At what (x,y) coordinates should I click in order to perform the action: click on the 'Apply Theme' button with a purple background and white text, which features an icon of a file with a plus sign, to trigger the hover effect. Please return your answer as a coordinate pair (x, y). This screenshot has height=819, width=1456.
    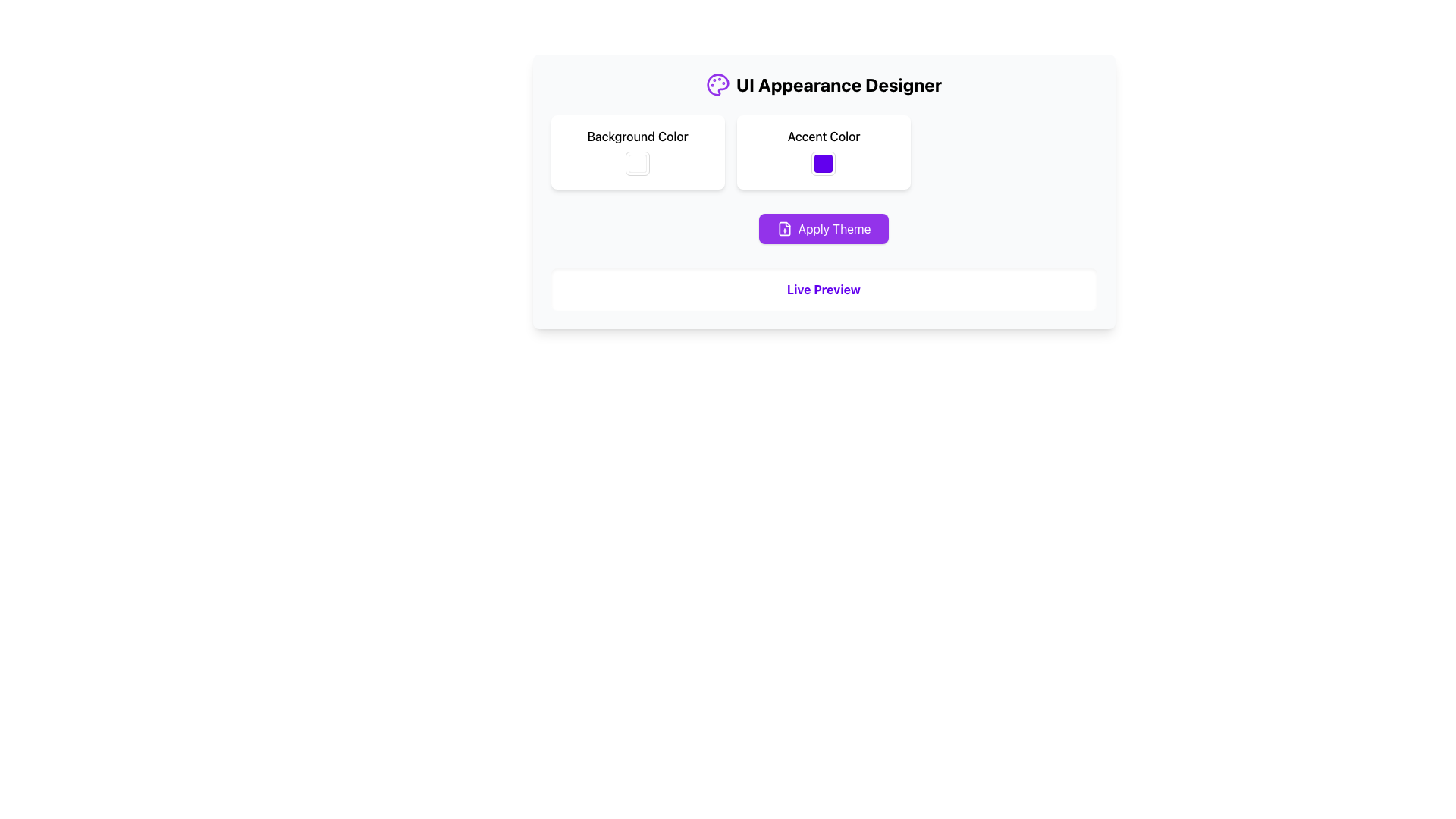
    Looking at the image, I should click on (823, 228).